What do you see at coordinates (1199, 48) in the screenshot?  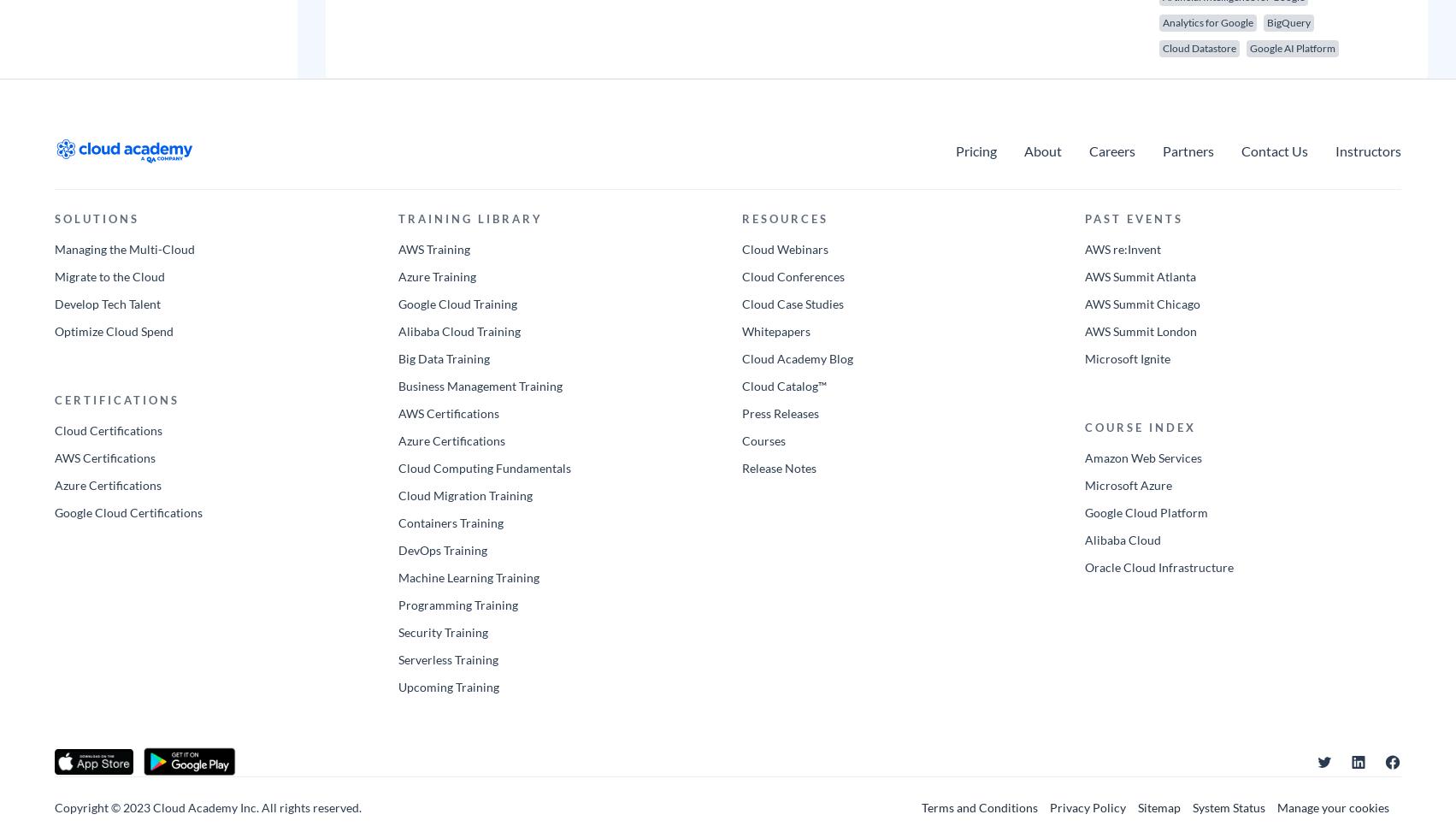 I see `'Cloud Datastore'` at bounding box center [1199, 48].